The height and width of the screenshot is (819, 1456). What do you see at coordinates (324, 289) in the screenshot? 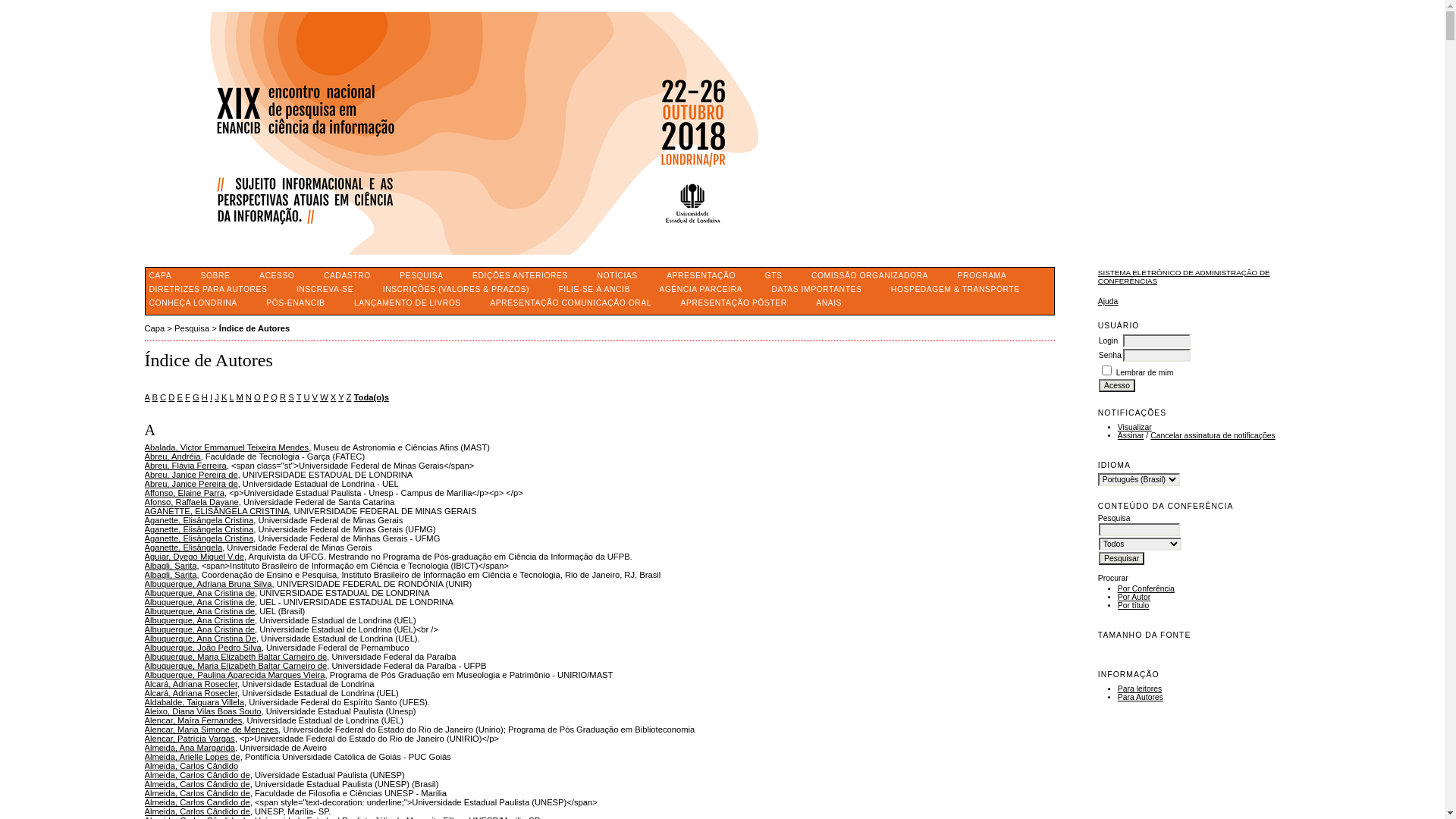
I see `'INSCREVA-SE'` at bounding box center [324, 289].